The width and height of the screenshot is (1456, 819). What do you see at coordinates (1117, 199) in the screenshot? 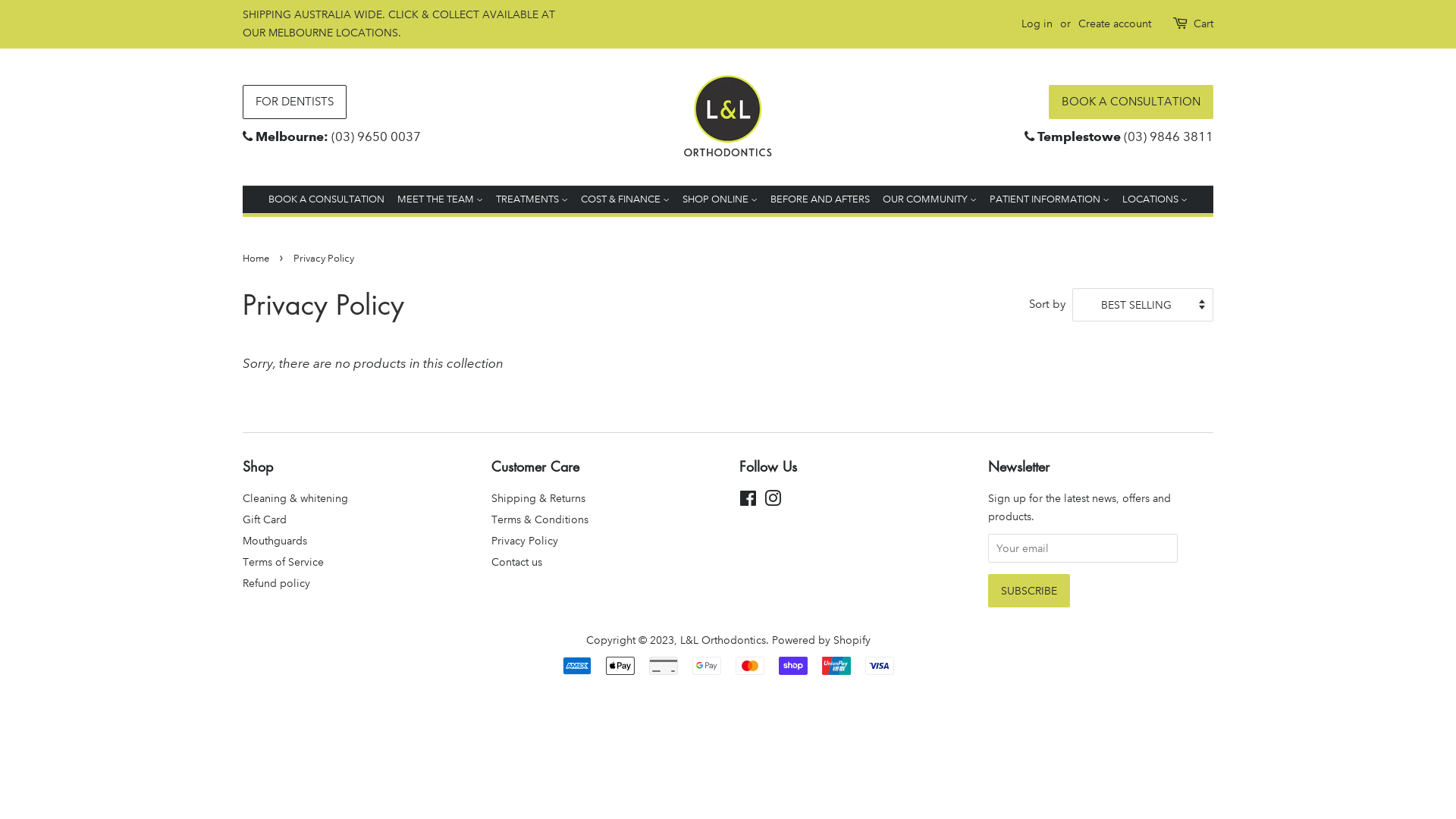
I see `'LOCATIONS'` at bounding box center [1117, 199].